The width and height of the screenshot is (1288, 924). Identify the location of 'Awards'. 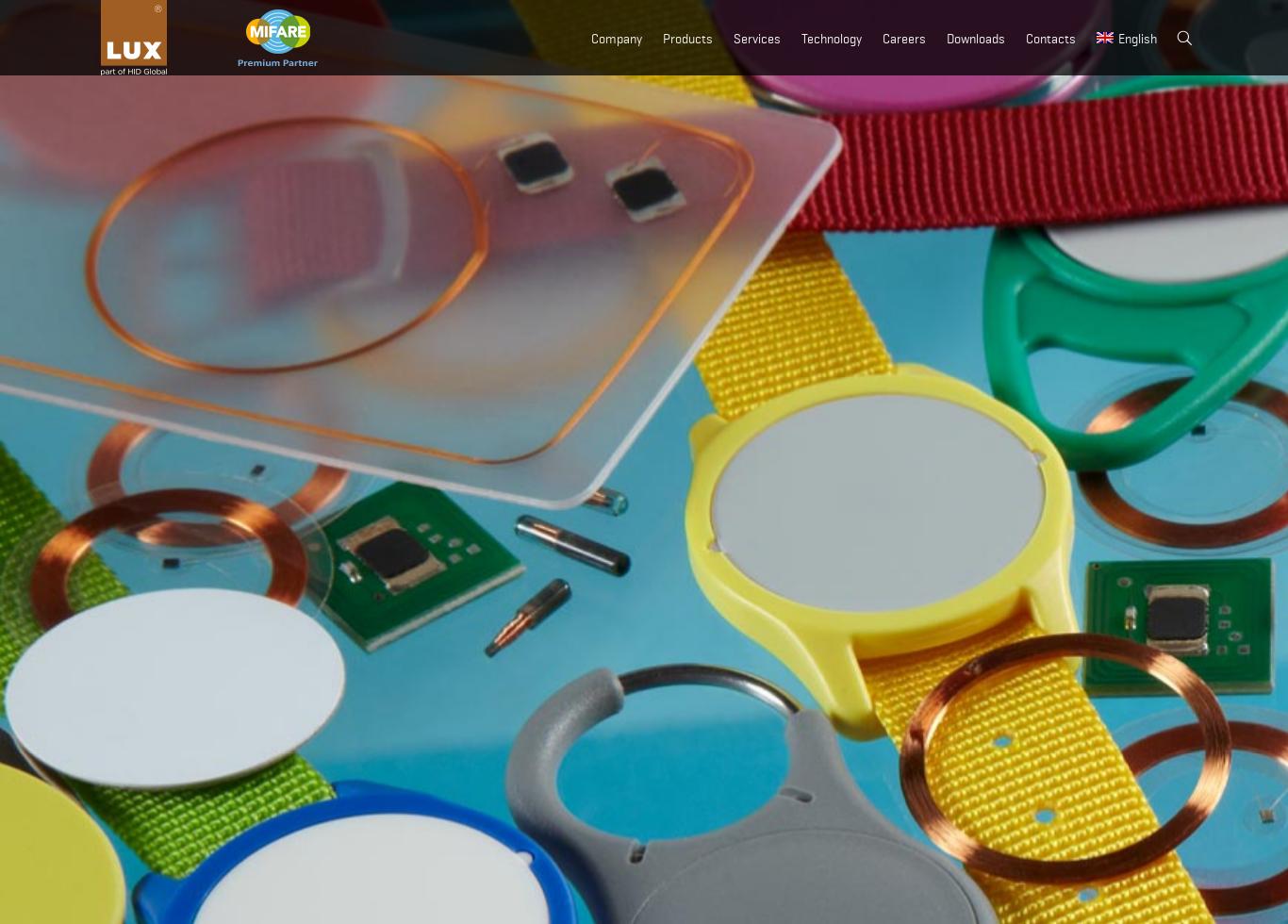
(625, 259).